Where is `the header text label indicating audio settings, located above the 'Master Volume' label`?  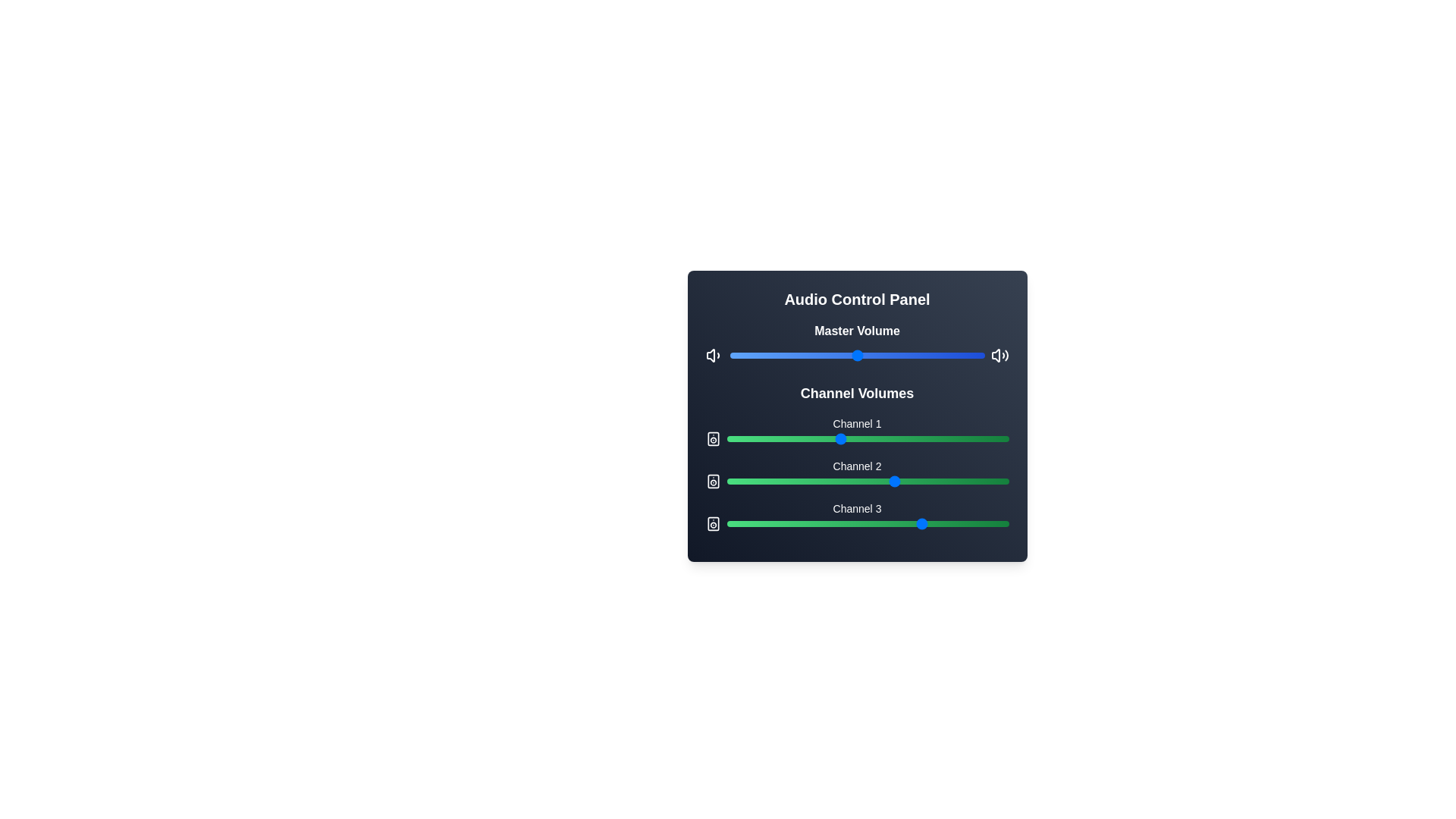 the header text label indicating audio settings, located above the 'Master Volume' label is located at coordinates (857, 299).